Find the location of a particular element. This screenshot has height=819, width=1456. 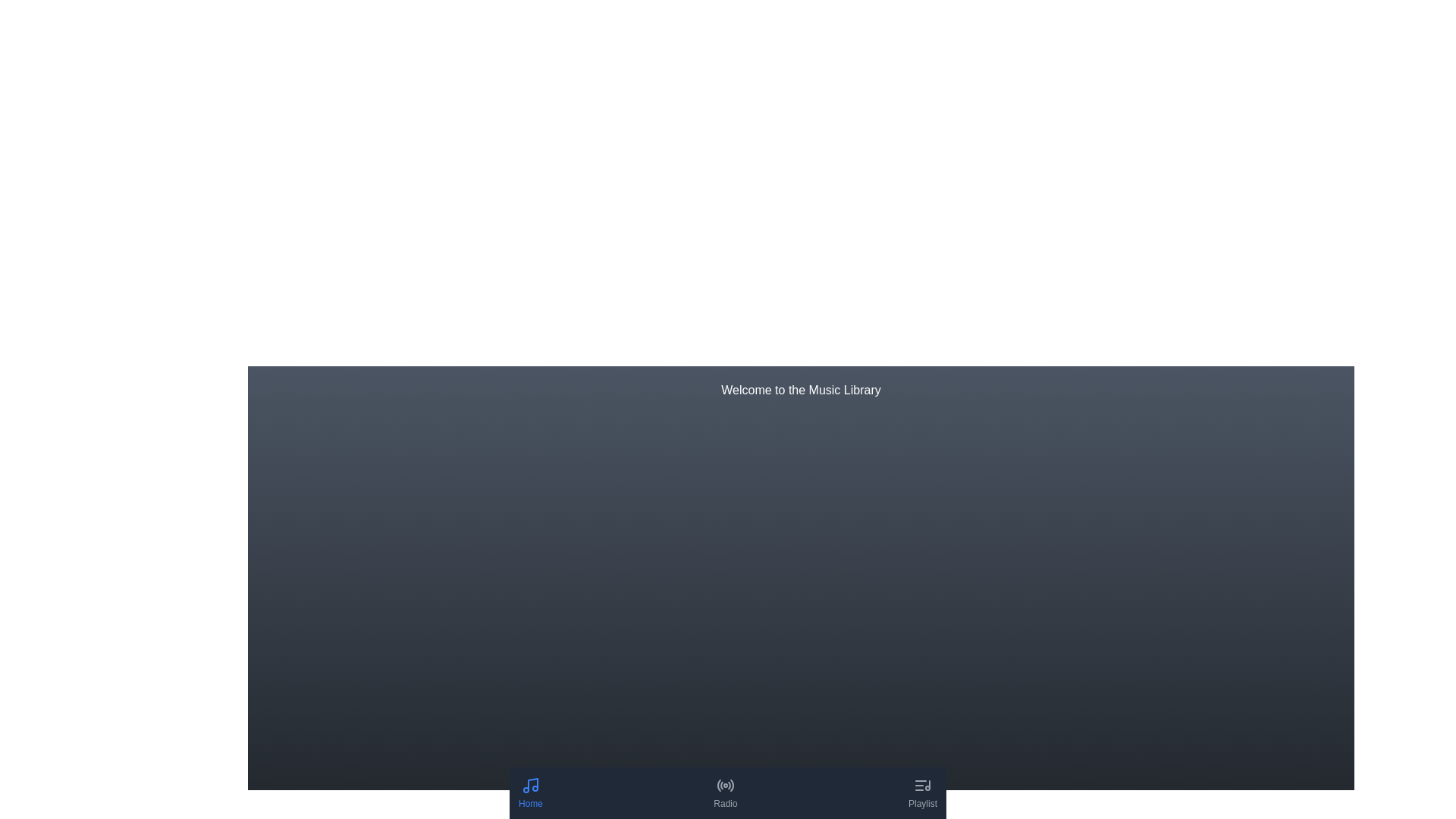

the 'Radio' text label located at the bottom center of the navigation bar, which serves as a label for the corresponding icon above it is located at coordinates (724, 803).